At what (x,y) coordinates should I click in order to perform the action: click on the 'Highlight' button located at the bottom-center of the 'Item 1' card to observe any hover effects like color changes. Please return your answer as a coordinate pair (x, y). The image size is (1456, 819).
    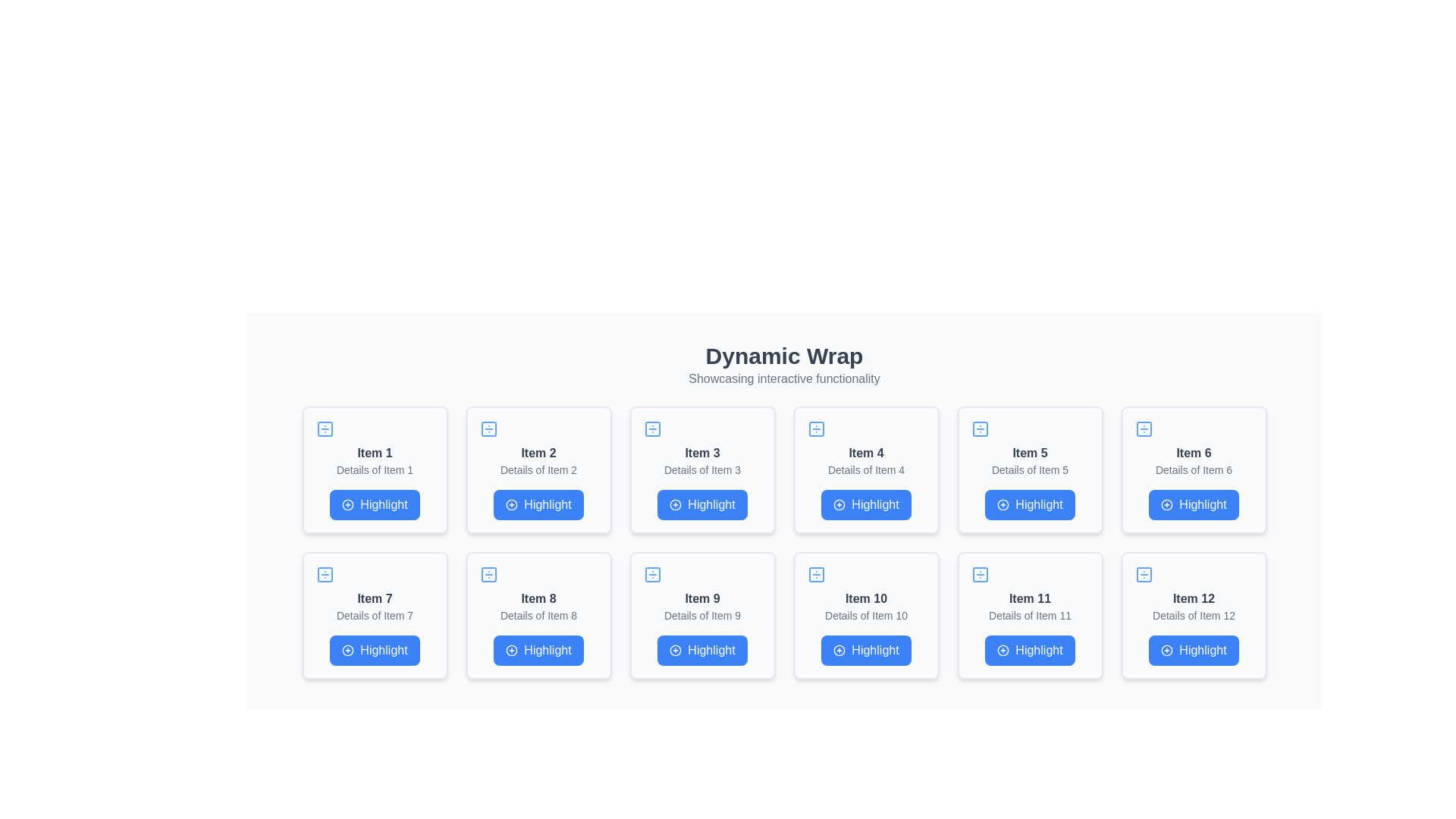
    Looking at the image, I should click on (375, 505).